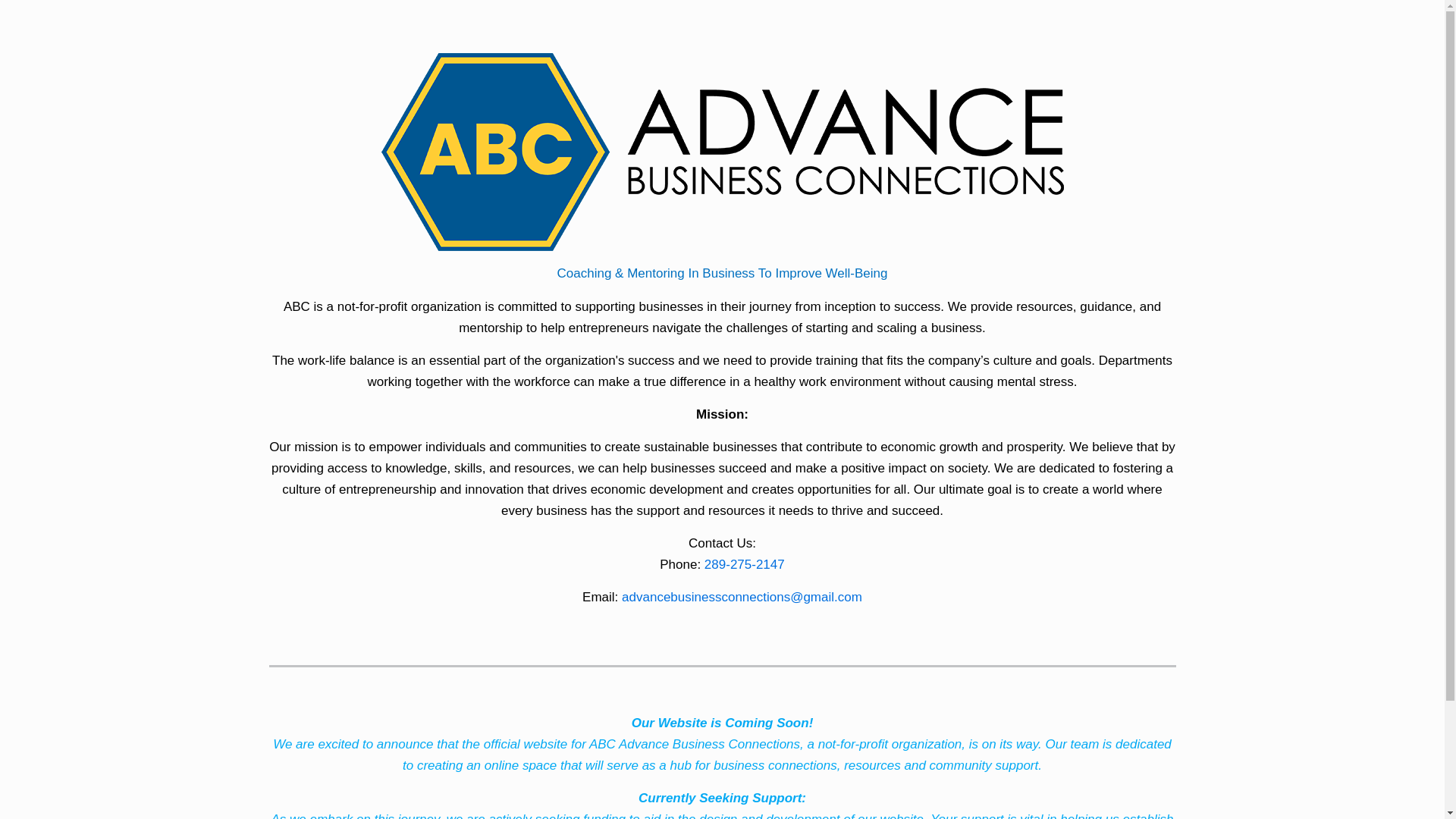 Image resolution: width=1456 pixels, height=819 pixels. I want to click on 'advancebusinessconnections@gmail.com', so click(742, 596).